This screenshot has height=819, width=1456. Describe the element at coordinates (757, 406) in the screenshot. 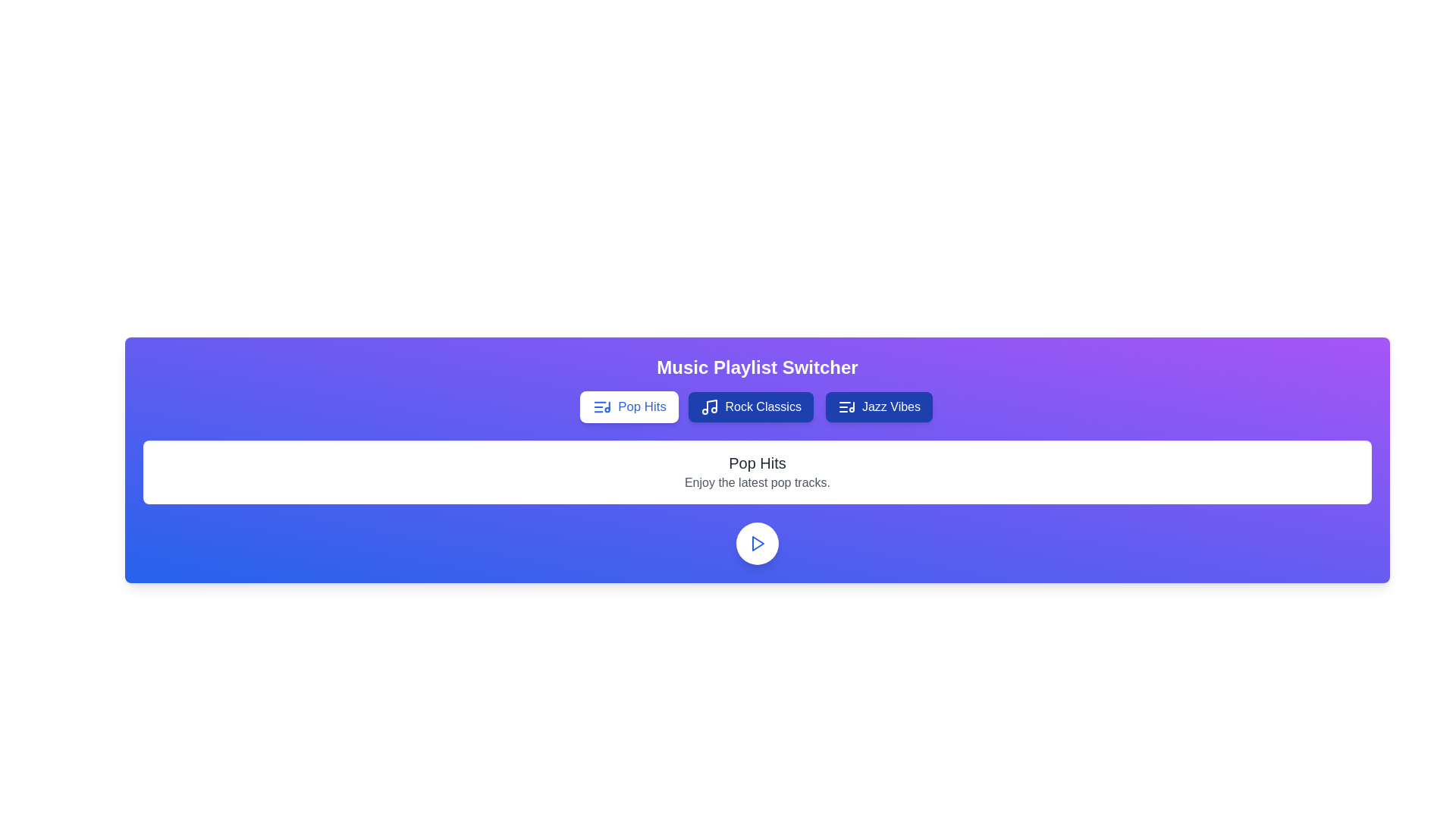

I see `the 'Rock Classics' button, which is a rectangular button with a dark blue background and white text, located under the 'Music Playlist Switcher' title` at that location.